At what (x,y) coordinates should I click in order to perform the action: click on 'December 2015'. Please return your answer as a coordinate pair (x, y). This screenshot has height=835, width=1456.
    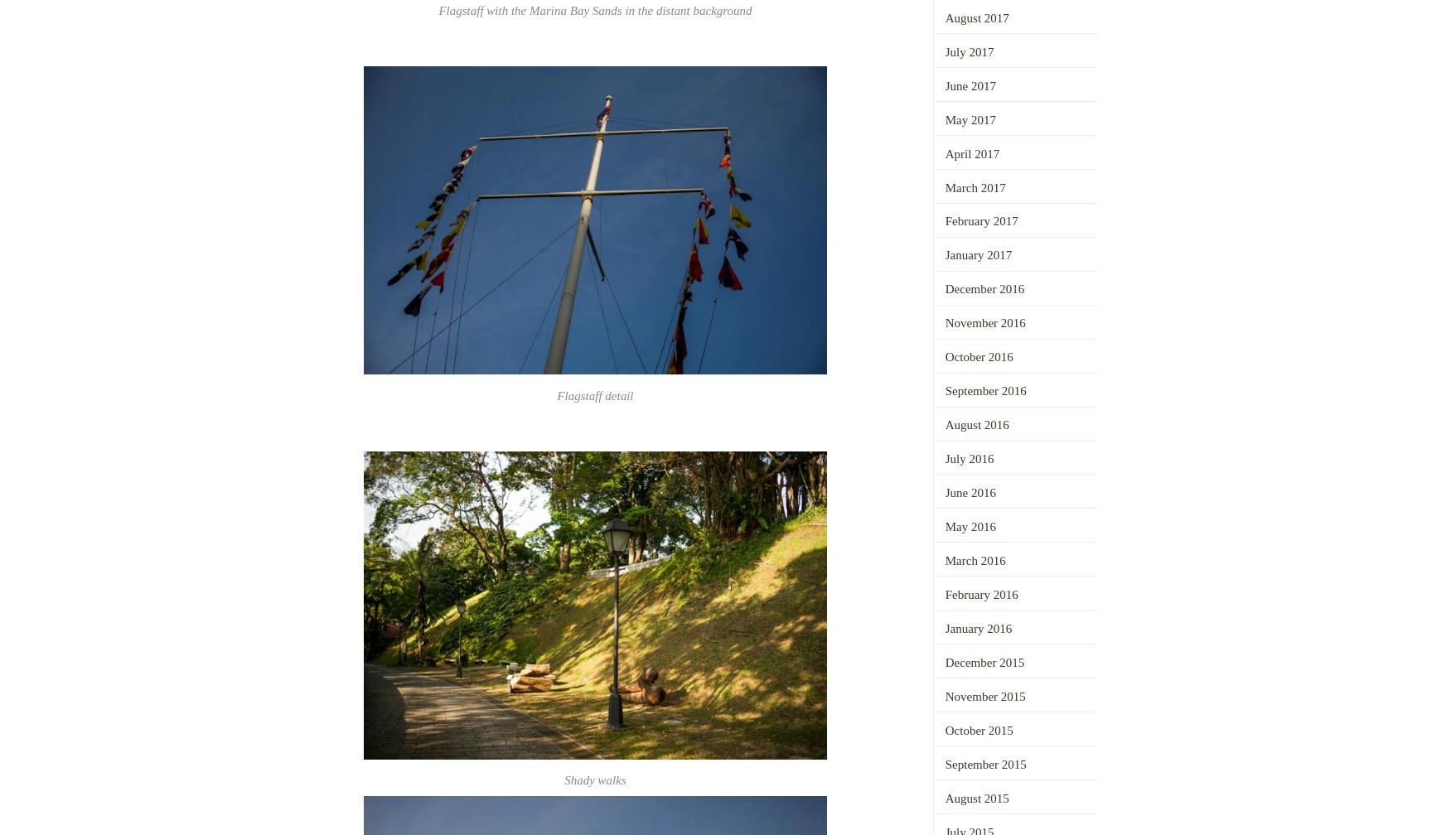
    Looking at the image, I should click on (984, 663).